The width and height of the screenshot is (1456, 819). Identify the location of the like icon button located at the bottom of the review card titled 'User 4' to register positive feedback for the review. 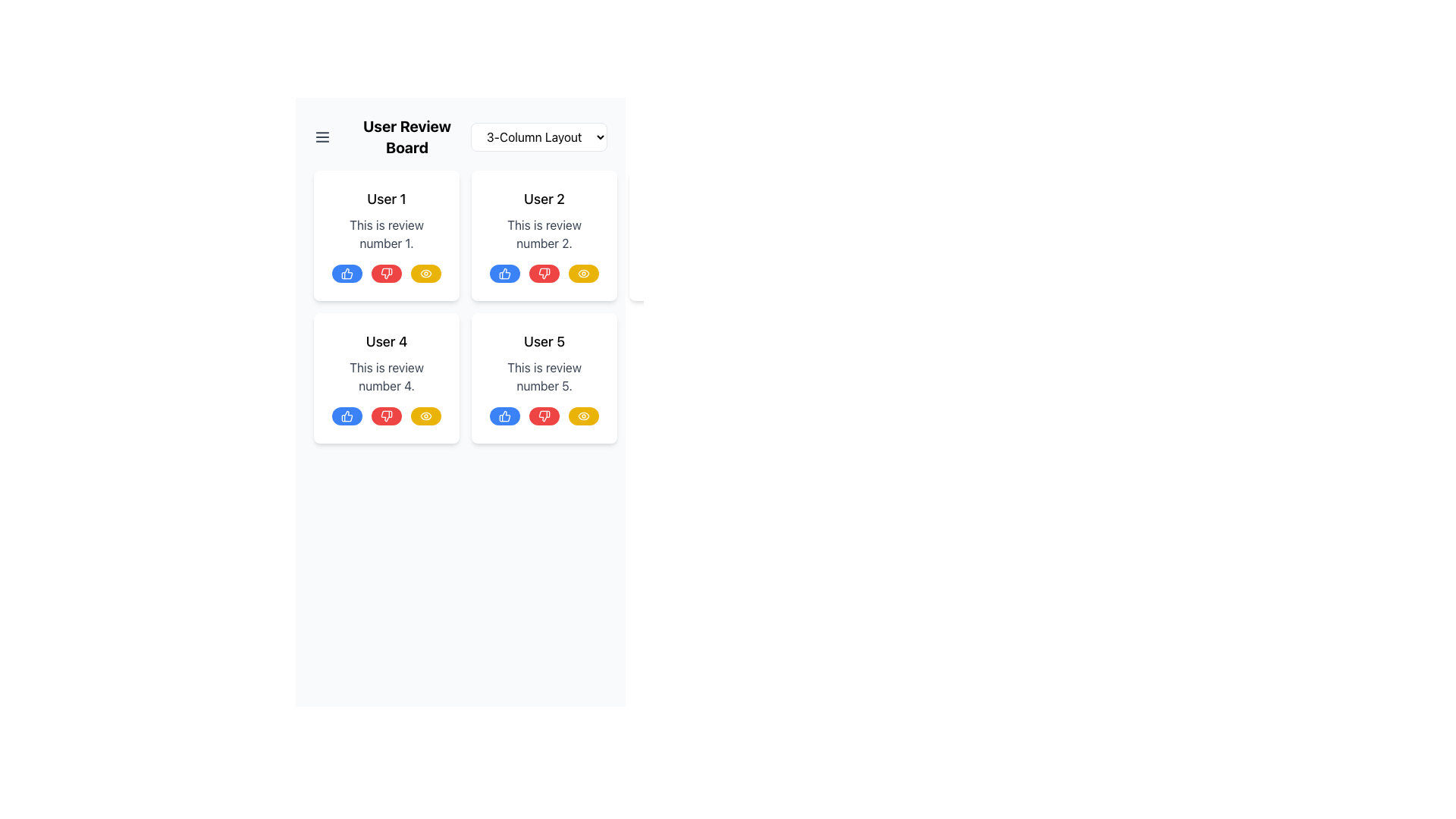
(505, 416).